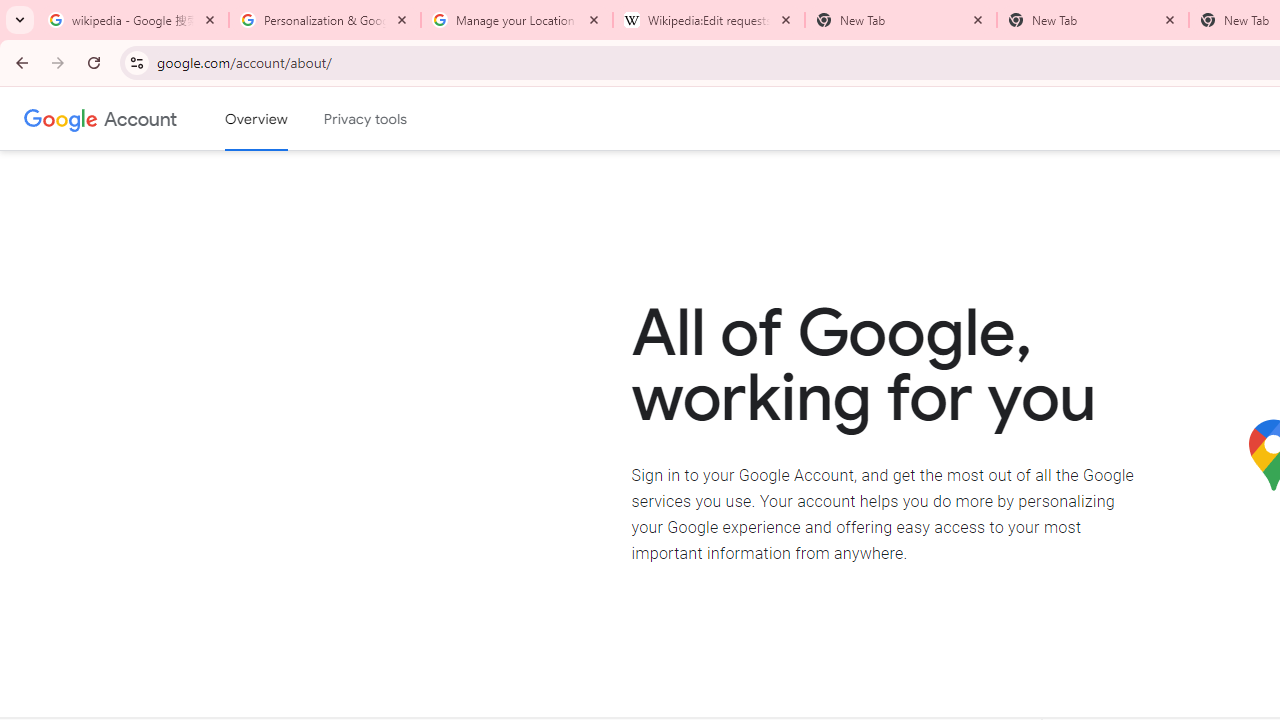  Describe the element at coordinates (1092, 20) in the screenshot. I see `'New Tab'` at that location.